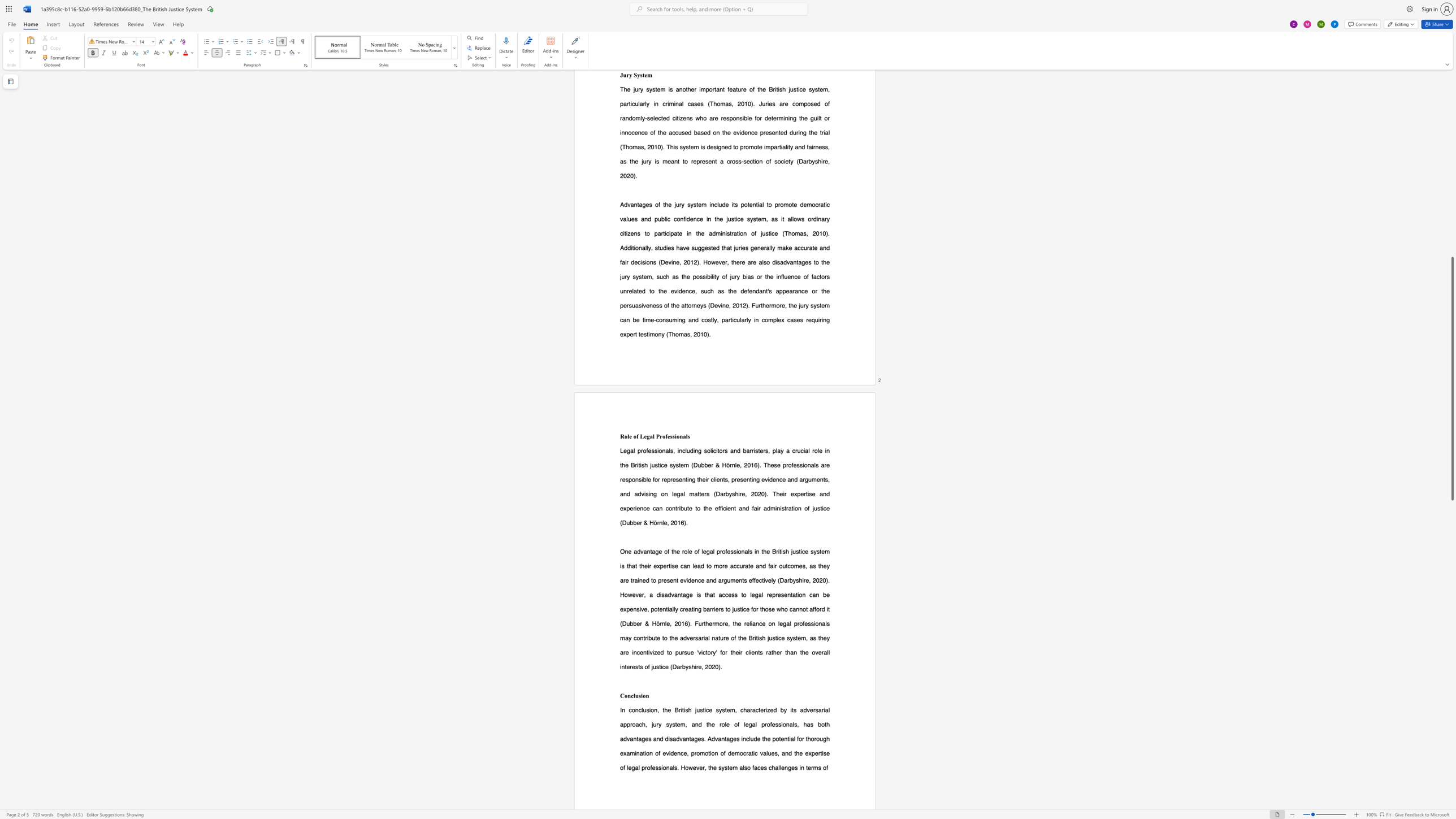  What do you see at coordinates (1451, 128) in the screenshot?
I see `the right-hand scrollbar to ascend the page` at bounding box center [1451, 128].